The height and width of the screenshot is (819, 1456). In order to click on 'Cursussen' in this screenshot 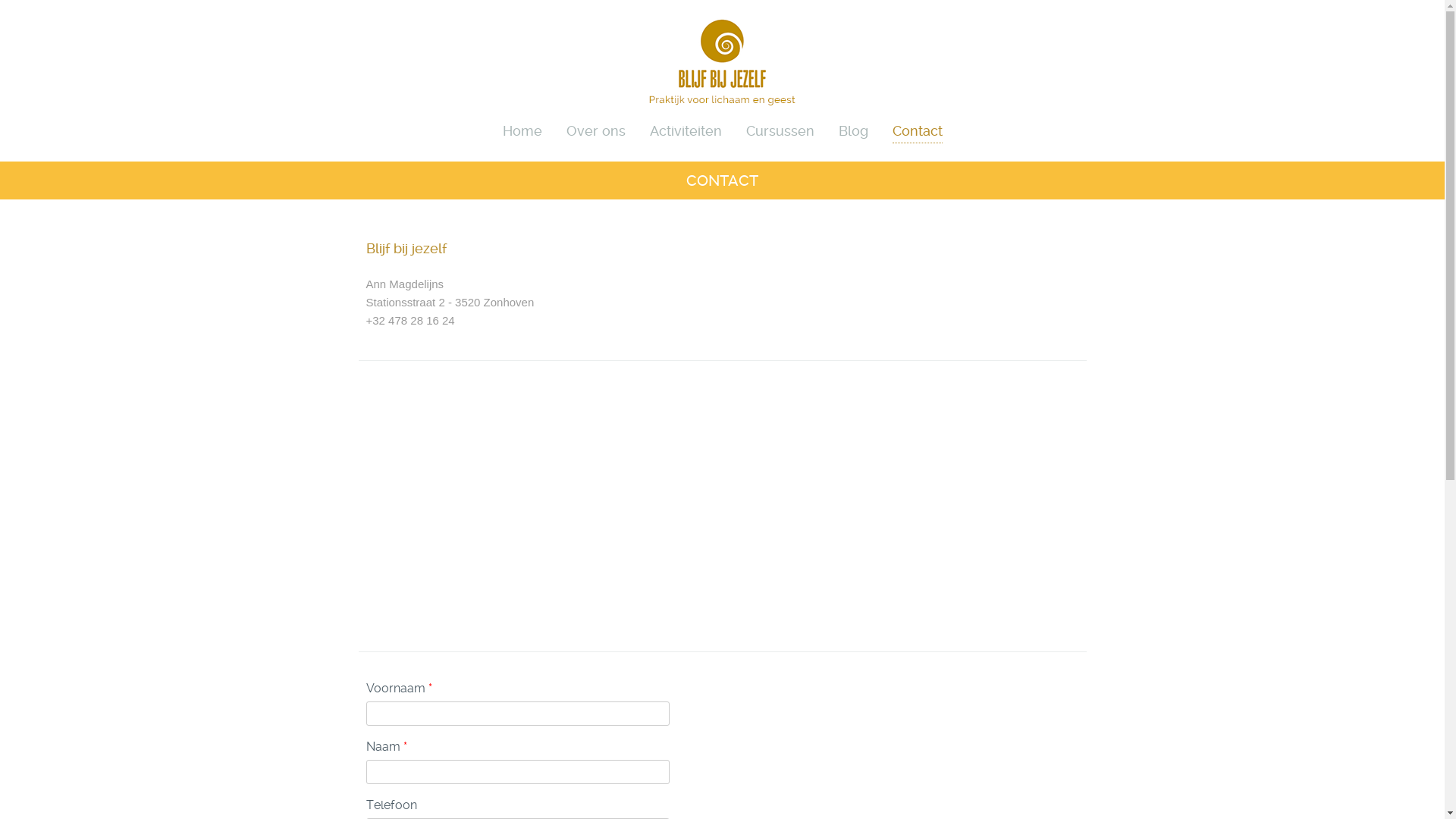, I will do `click(745, 128)`.